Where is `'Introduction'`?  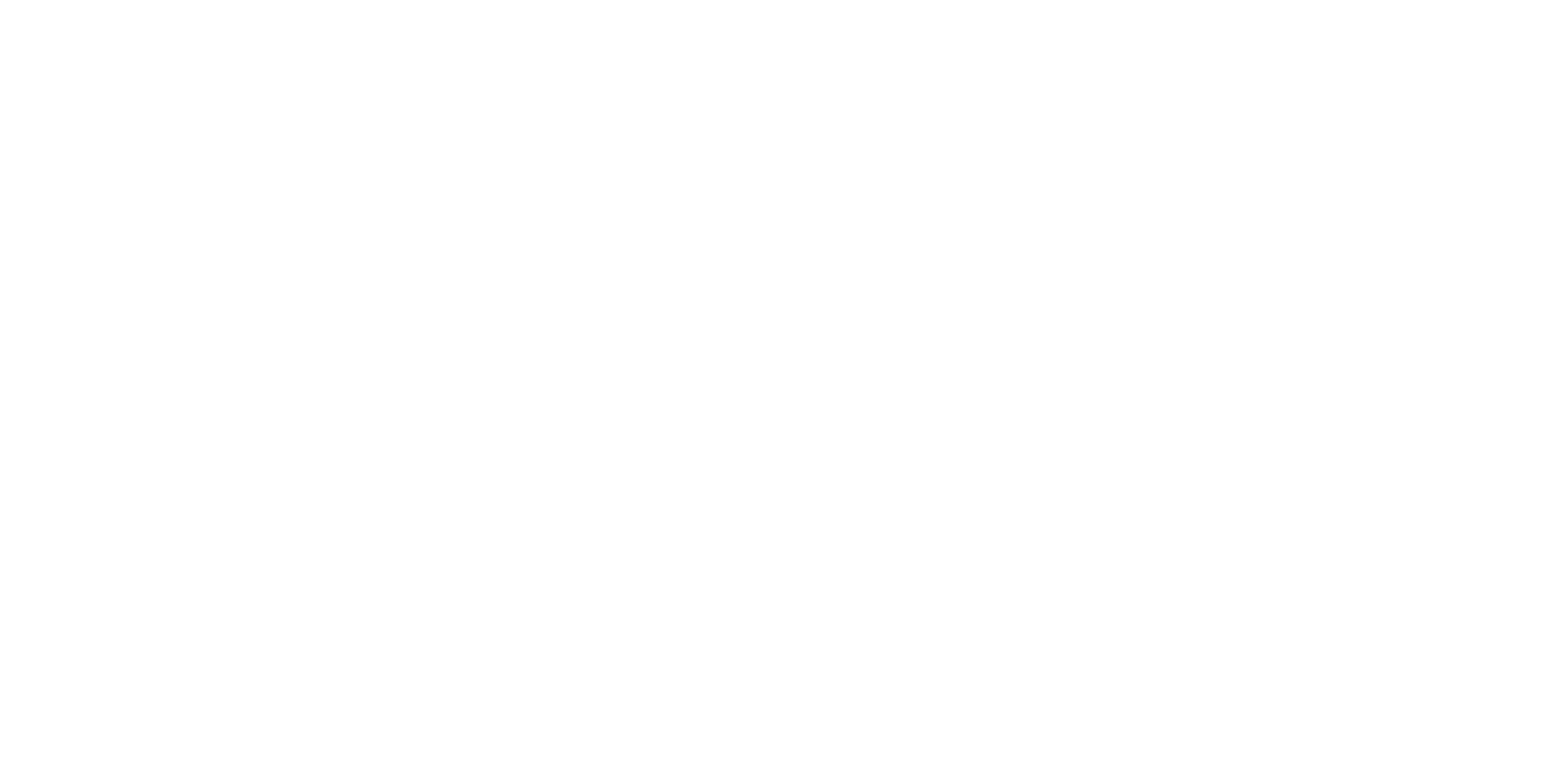
'Introduction' is located at coordinates (907, 585).